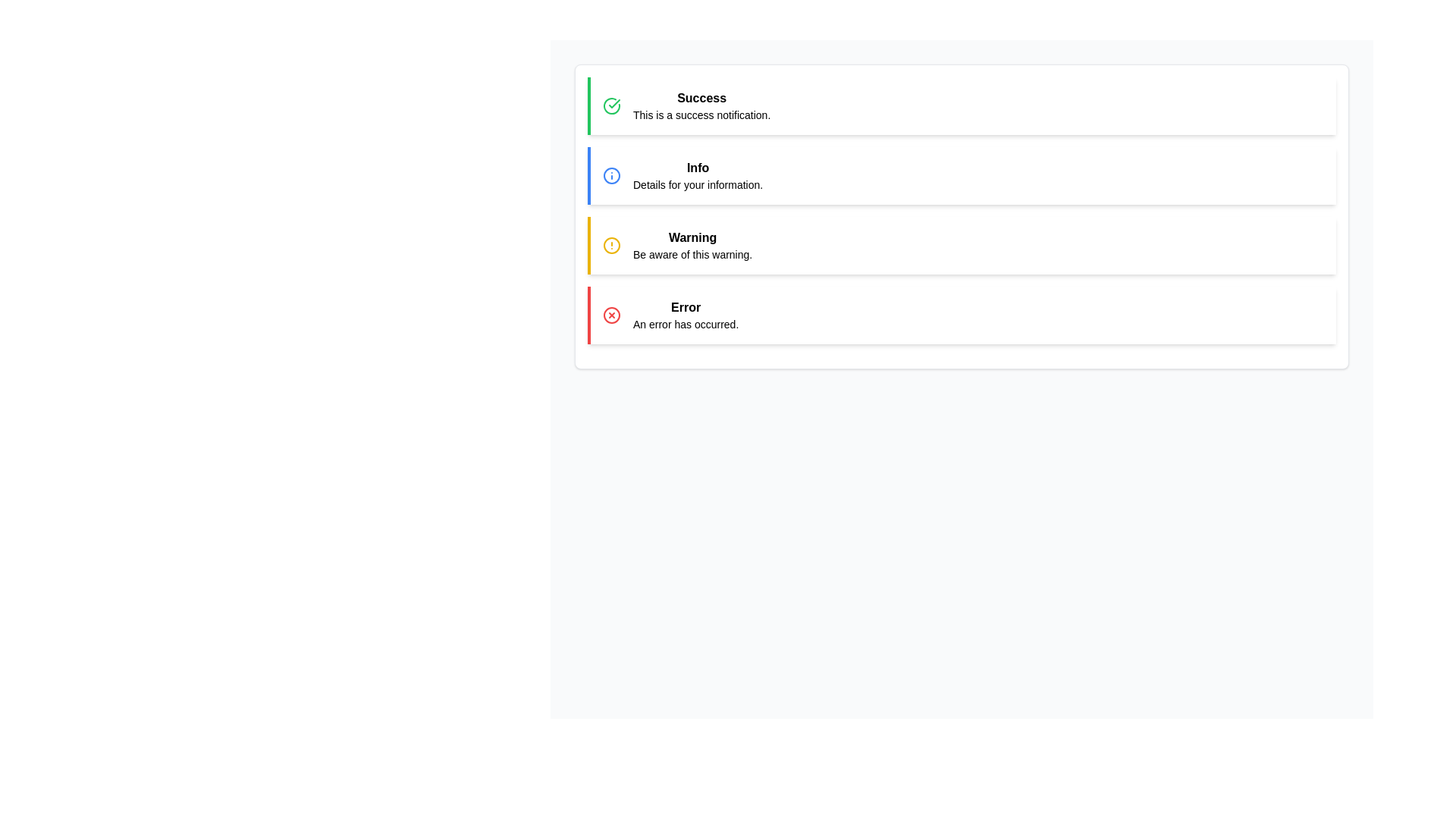  Describe the element at coordinates (684, 324) in the screenshot. I see `the text displaying 'An error has occurred.' located below the bold 'Error' label within a red-bordered box for interaction` at that location.